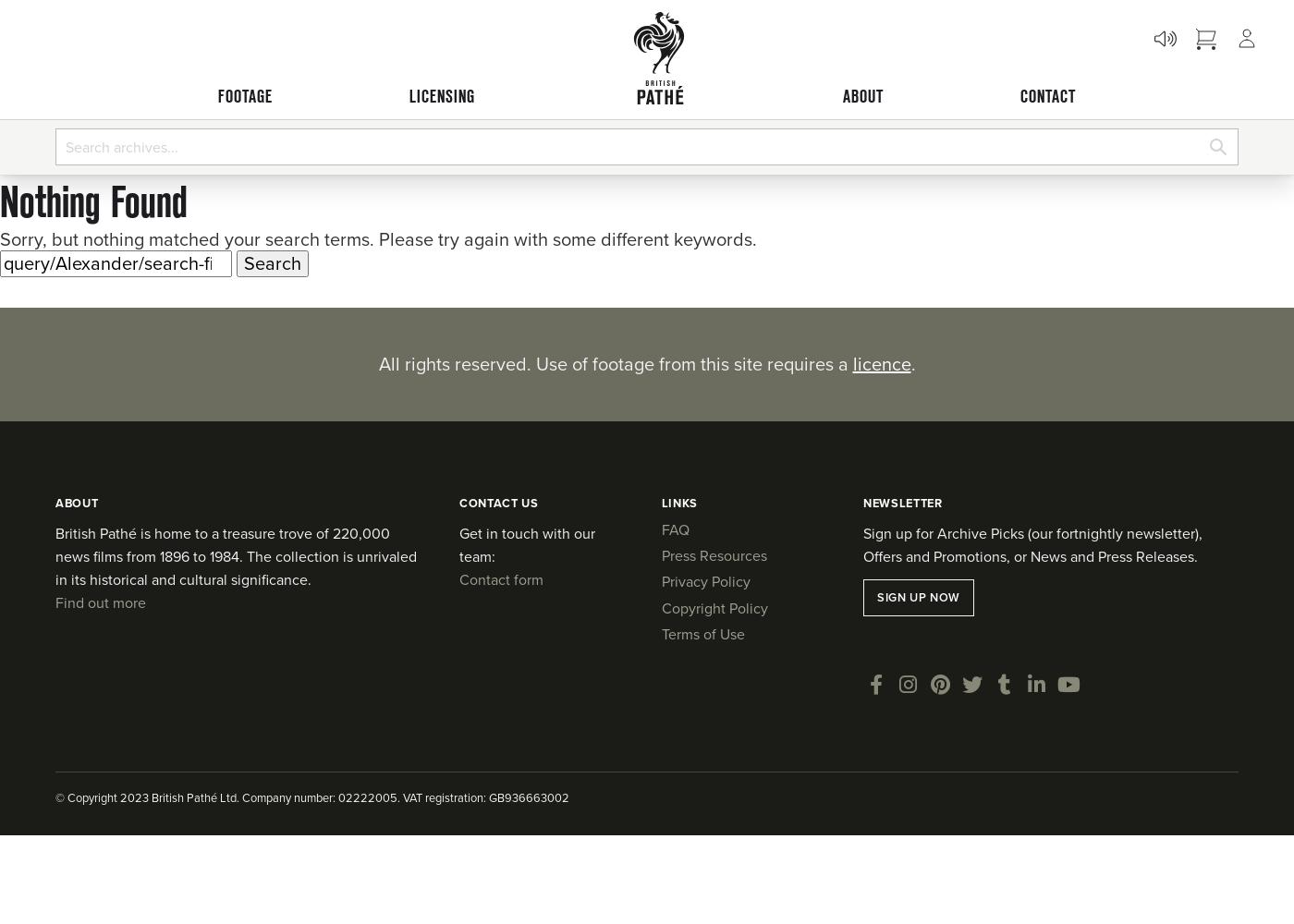 The image size is (1294, 924). What do you see at coordinates (702, 634) in the screenshot?
I see `'Terms of Use'` at bounding box center [702, 634].